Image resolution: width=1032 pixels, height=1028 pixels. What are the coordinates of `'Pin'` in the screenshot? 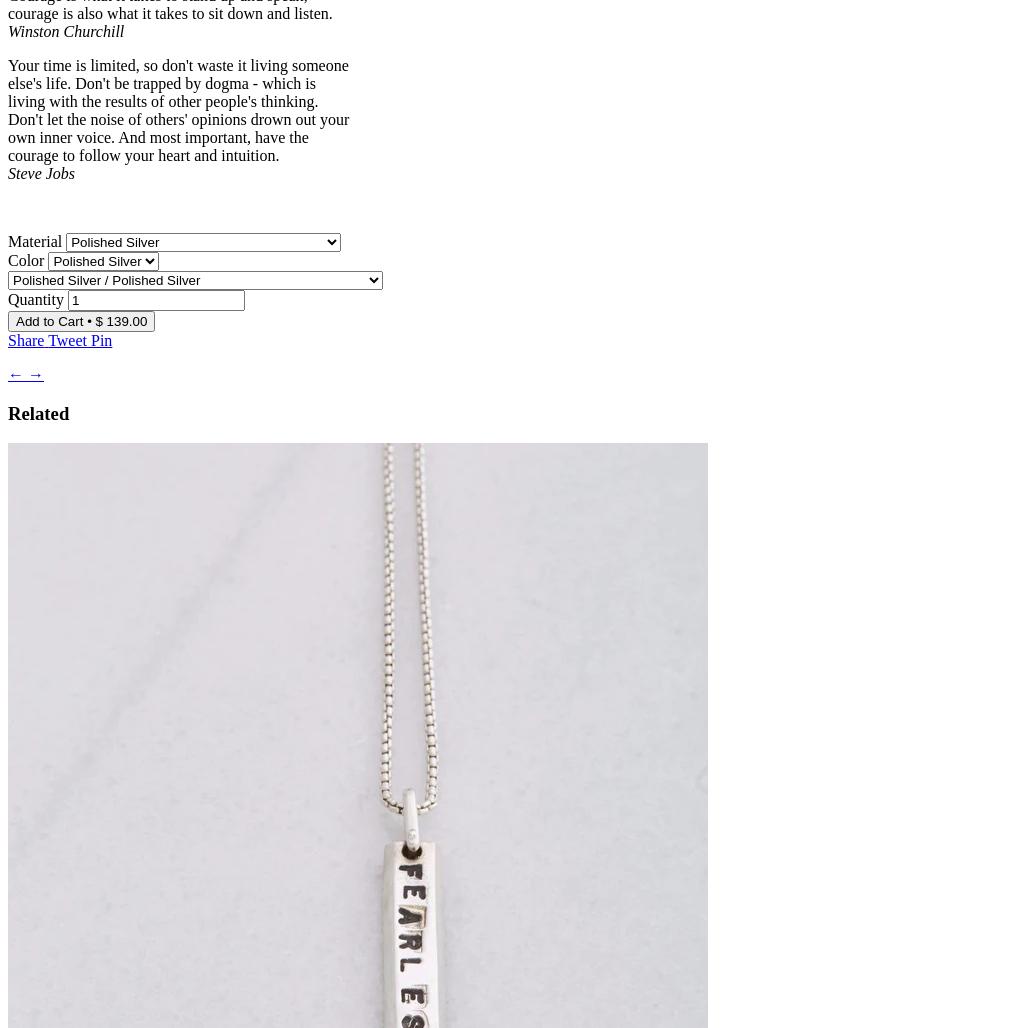 It's located at (101, 338).